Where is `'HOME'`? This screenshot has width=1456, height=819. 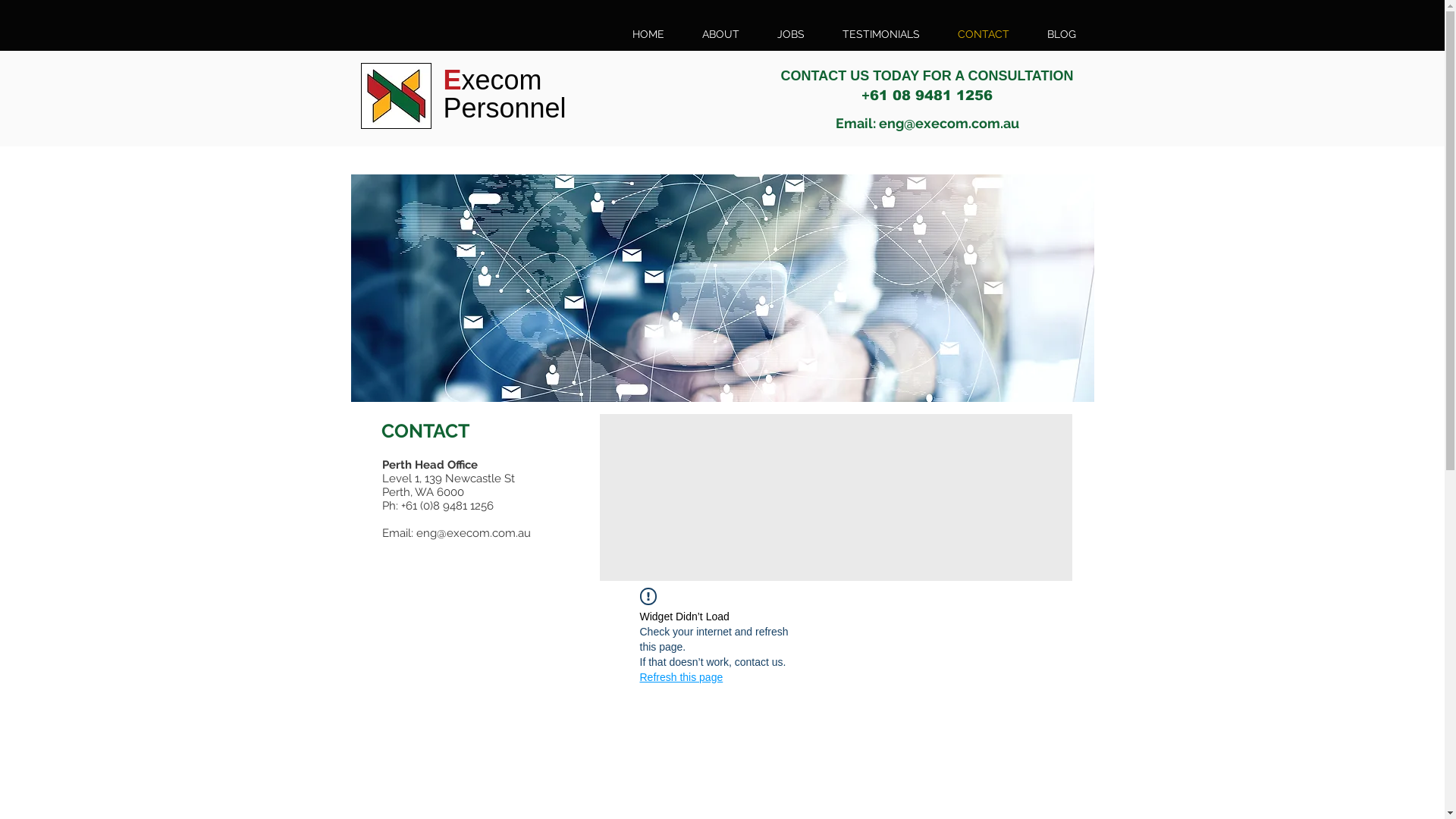
'HOME' is located at coordinates (648, 34).